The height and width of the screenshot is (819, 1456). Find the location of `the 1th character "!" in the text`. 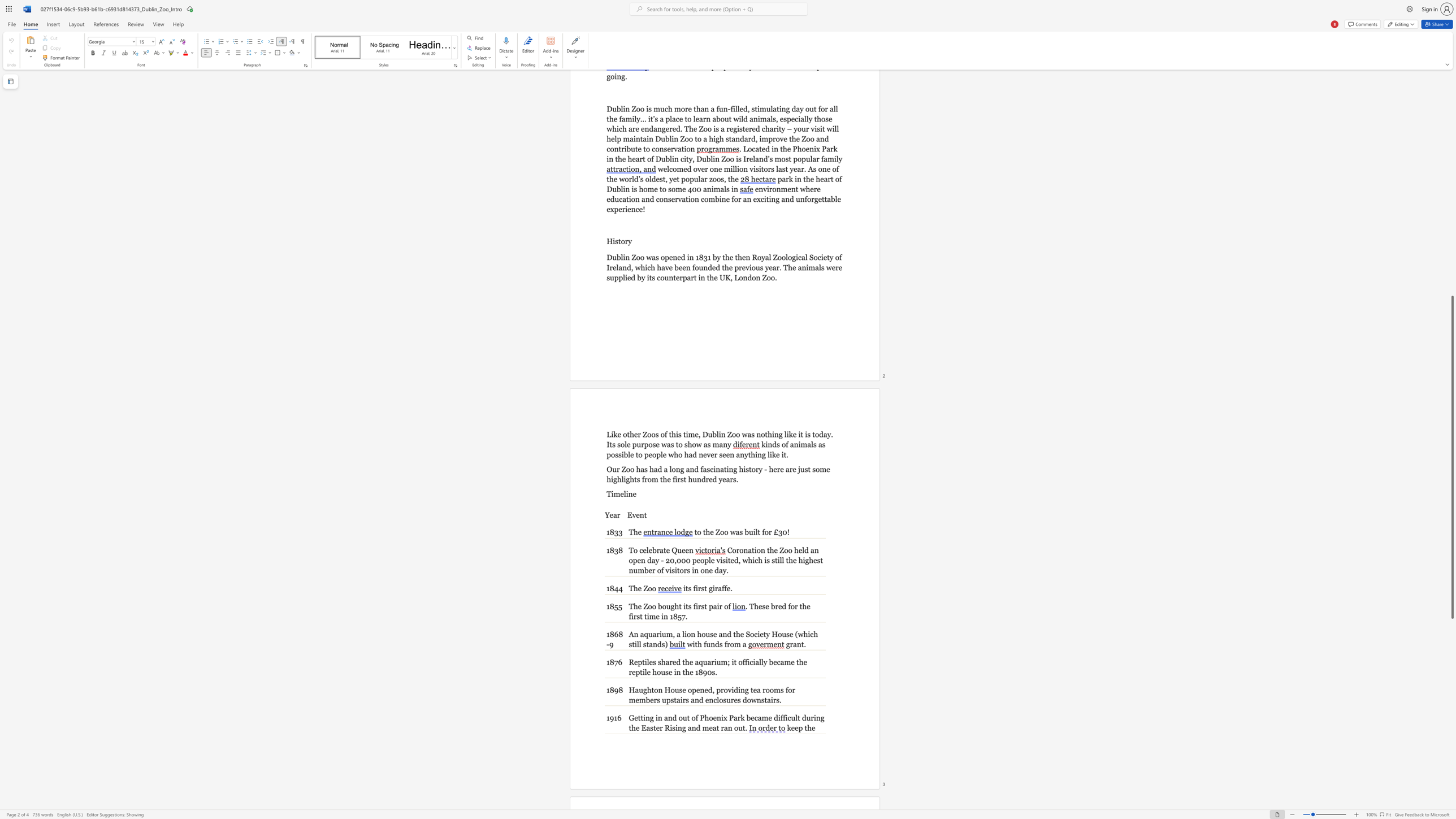

the 1th character "!" in the text is located at coordinates (787, 532).